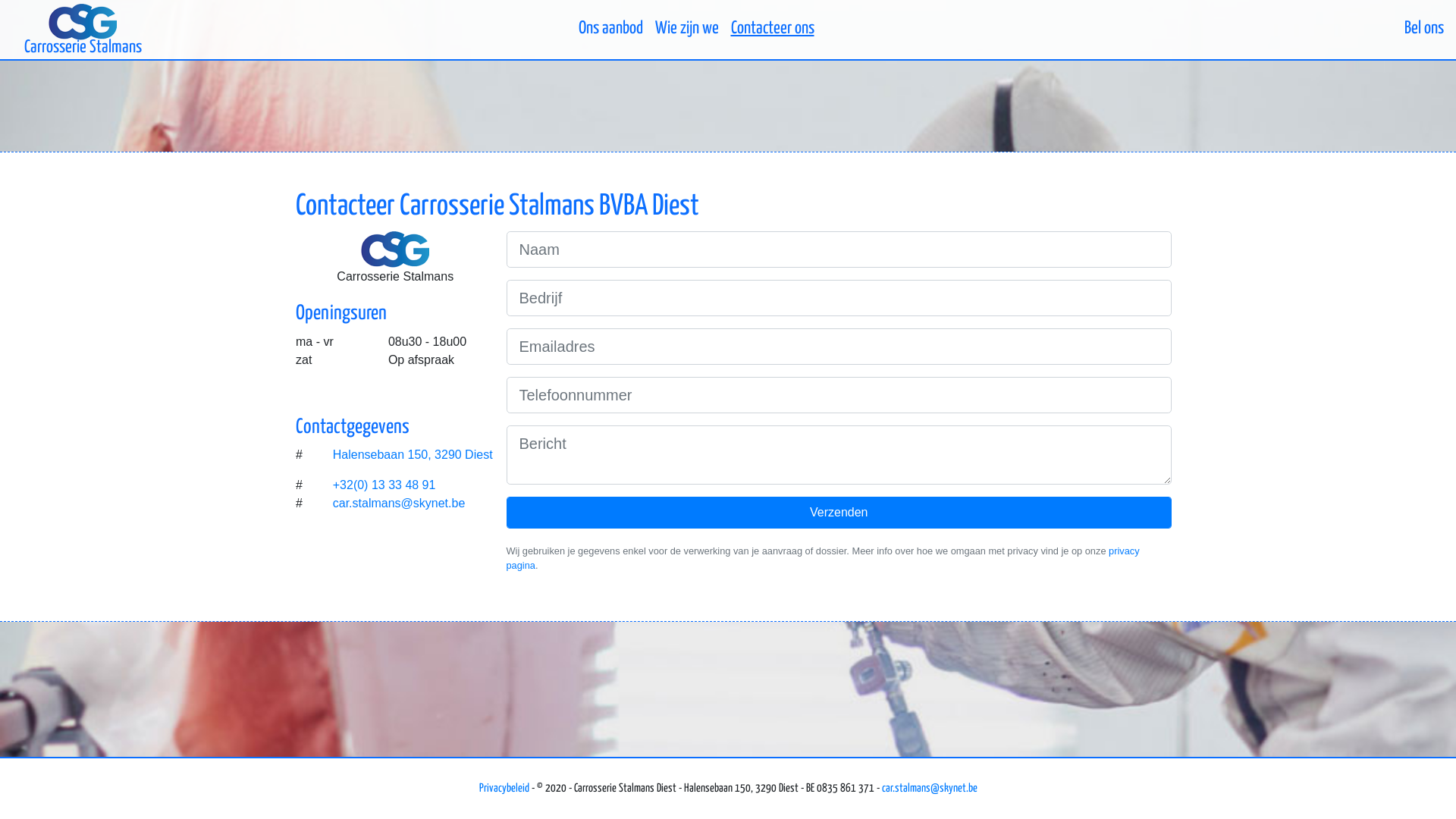 This screenshot has height=819, width=1456. Describe the element at coordinates (772, 29) in the screenshot. I see `'Contacteer ons'` at that location.